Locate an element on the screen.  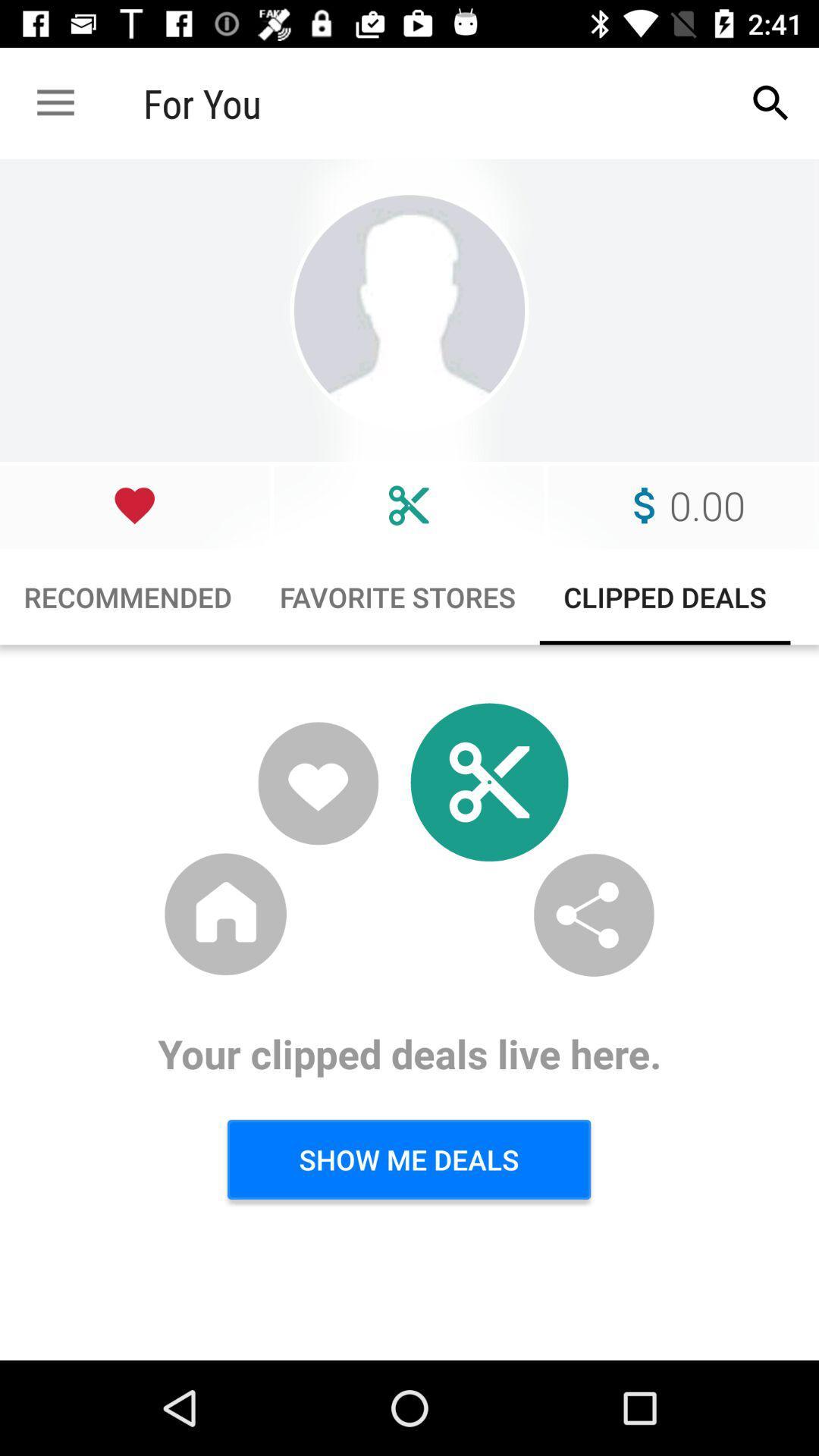
the icon next to for you is located at coordinates (55, 102).